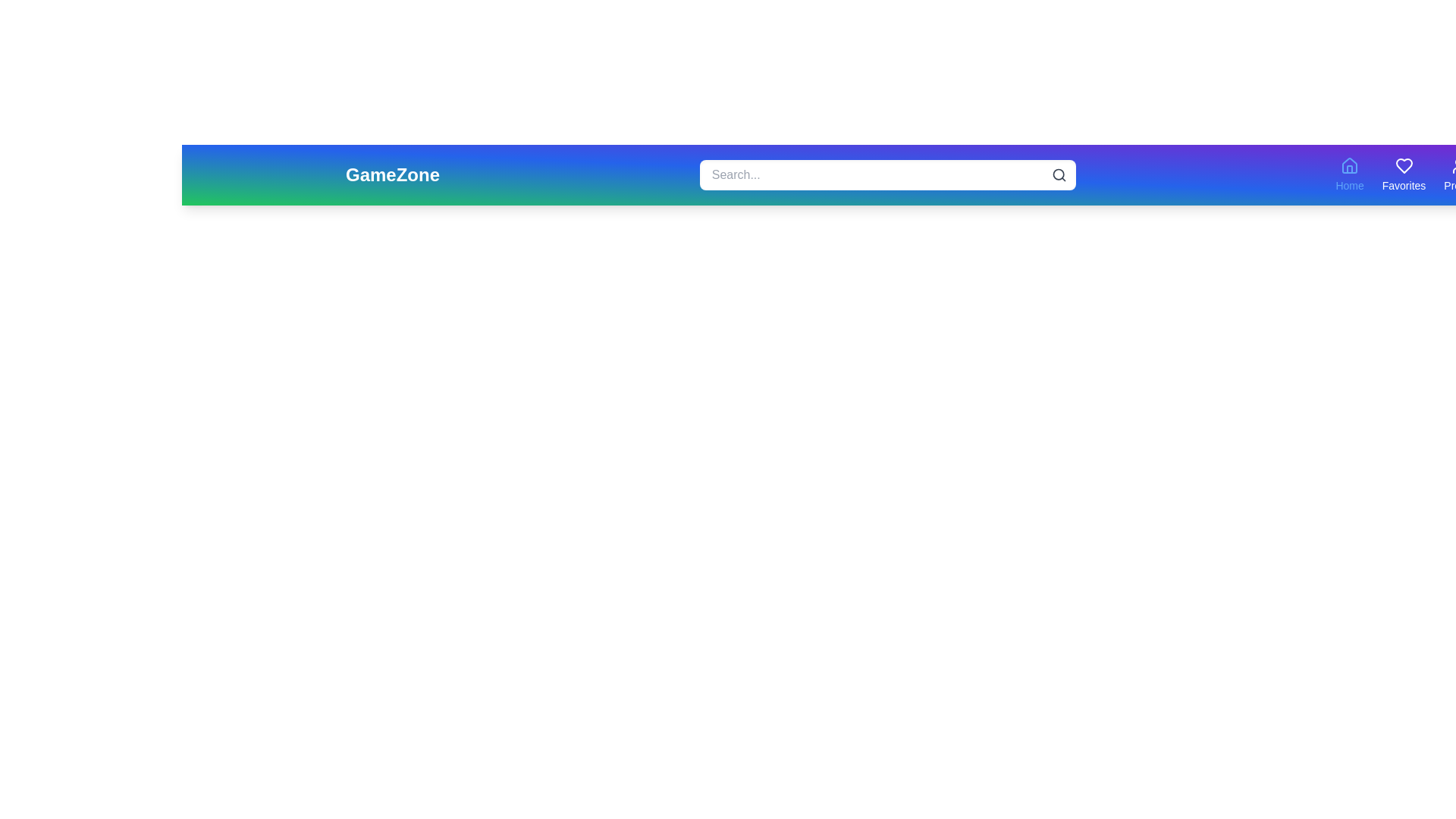 The height and width of the screenshot is (819, 1456). I want to click on the 'Favorites' navigation button, so click(1403, 174).